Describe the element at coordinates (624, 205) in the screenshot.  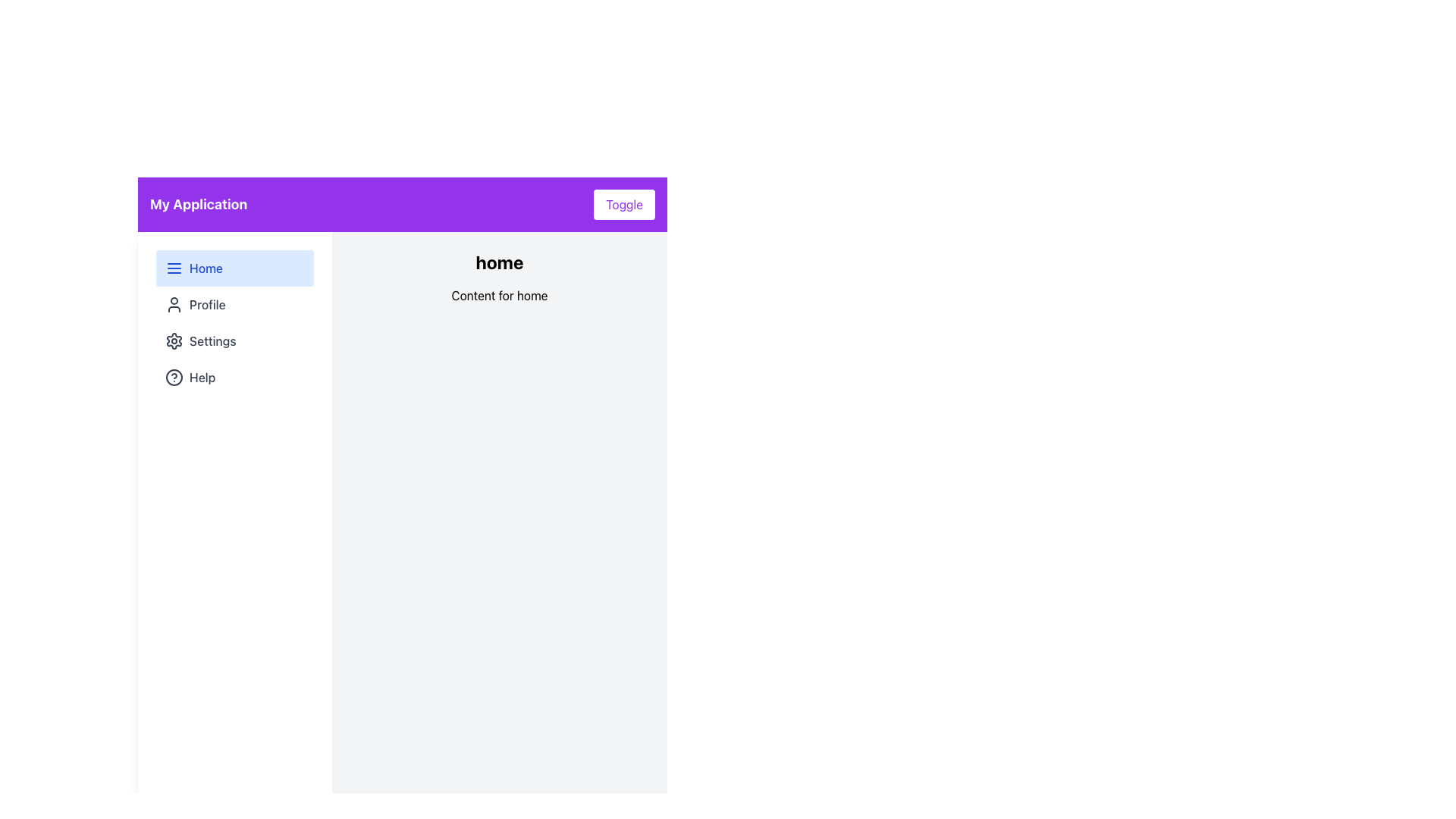
I see `the white button with purple text reading 'Toggle' located in the top right corner of the purple banner header` at that location.